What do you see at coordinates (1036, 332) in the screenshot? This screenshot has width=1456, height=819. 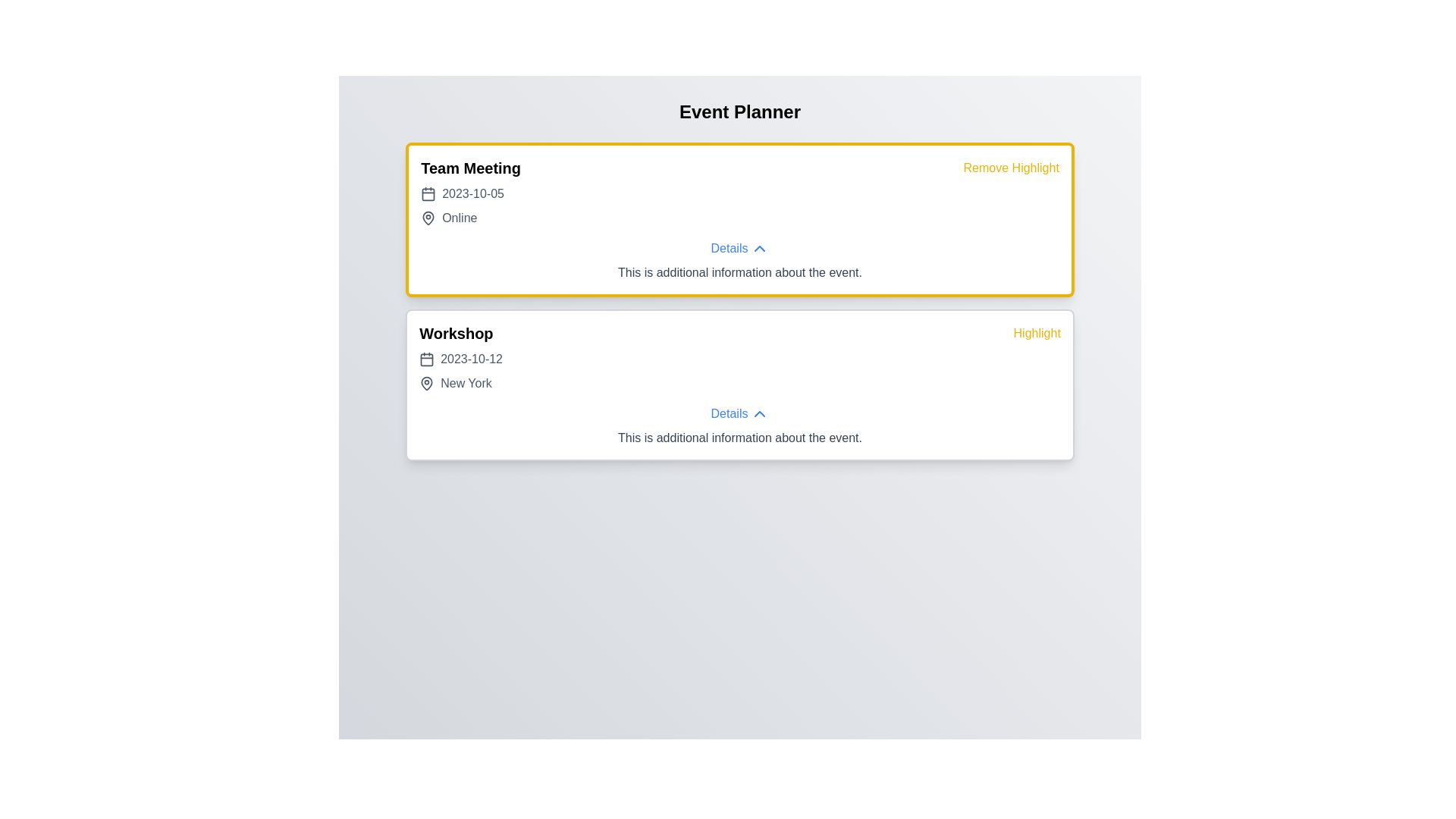 I see `the interactive text link labeled 'Highlight'` at bounding box center [1036, 332].